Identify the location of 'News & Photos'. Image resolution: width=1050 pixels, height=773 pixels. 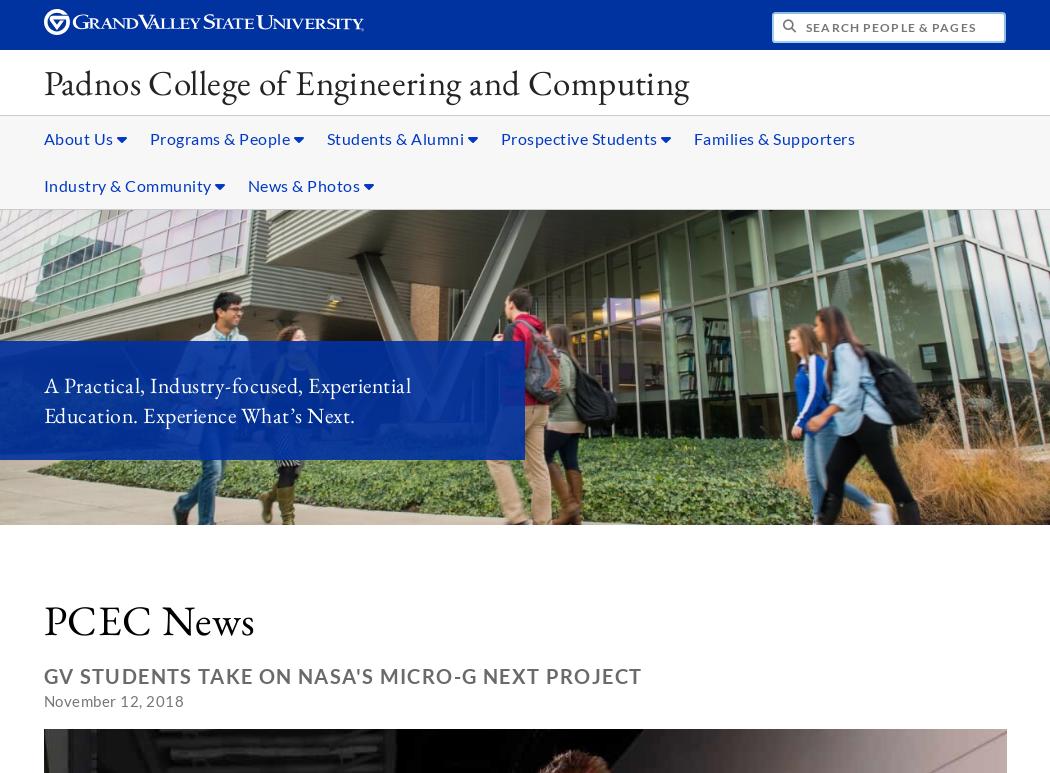
(305, 183).